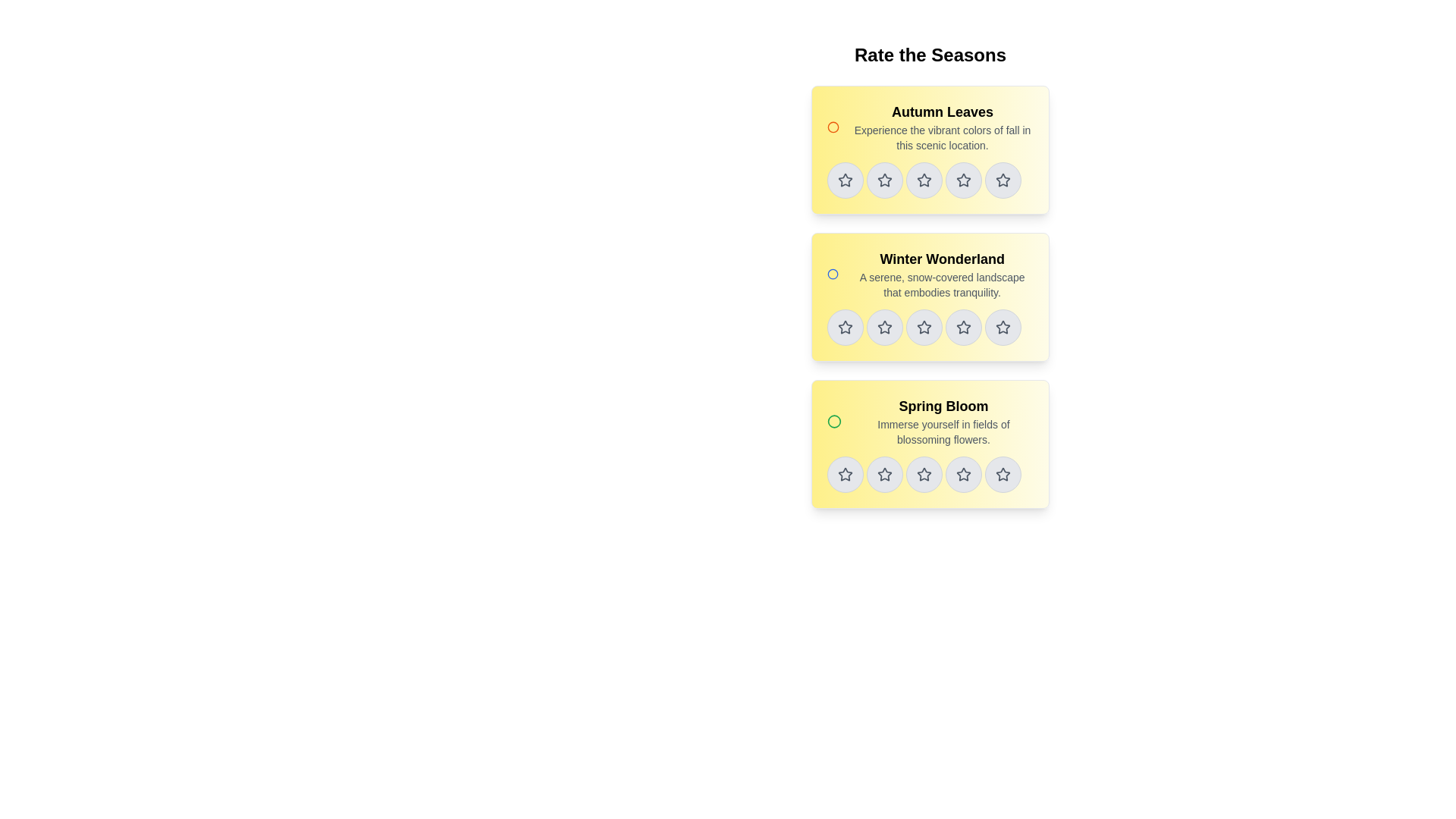 The image size is (1456, 819). I want to click on the fourth circular button with a light gray background and a star icon in the 'Winter Wonderland' section to give a rating, so click(963, 327).